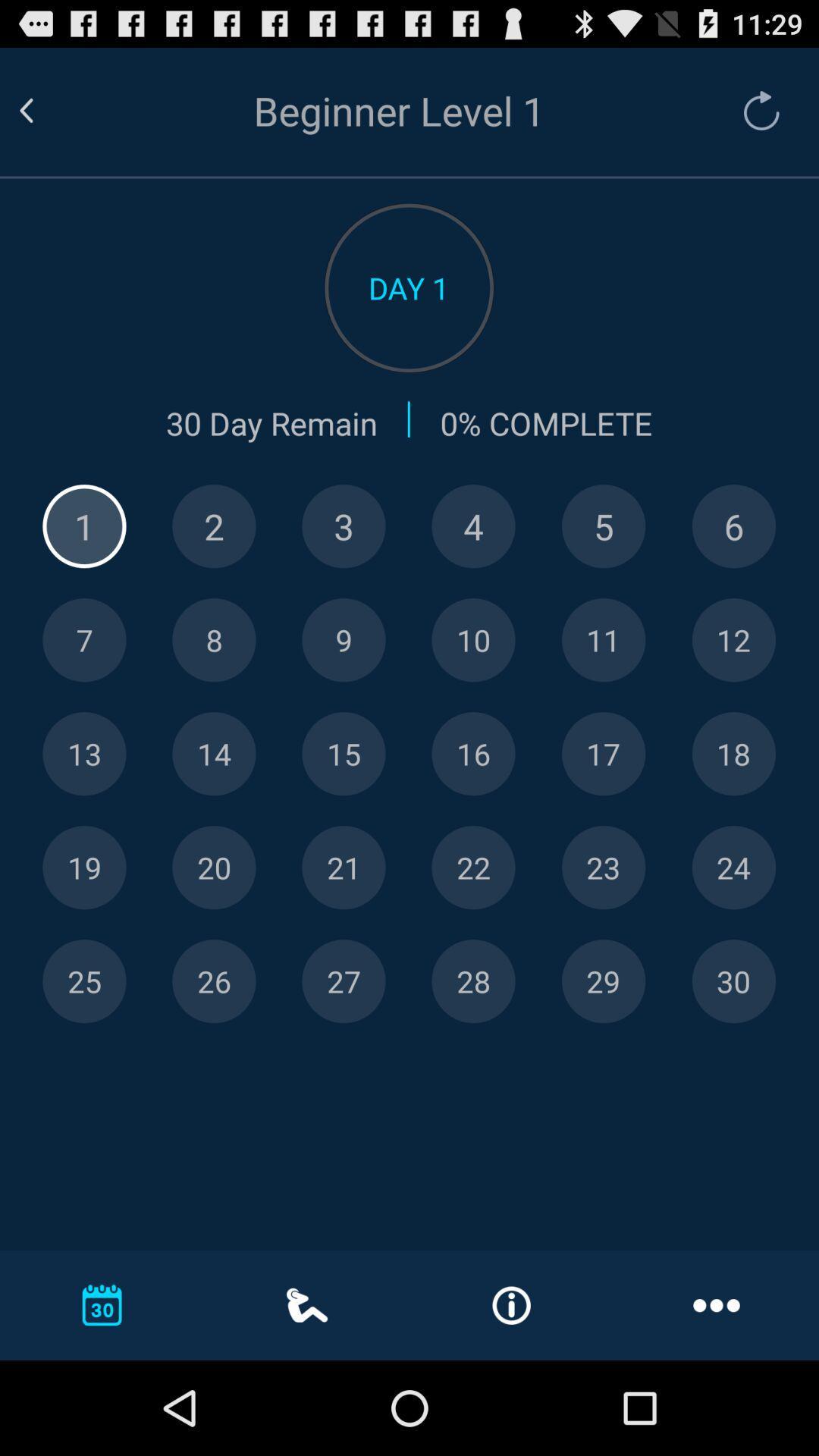 This screenshot has height=1456, width=819. What do you see at coordinates (44, 110) in the screenshot?
I see `go back` at bounding box center [44, 110].